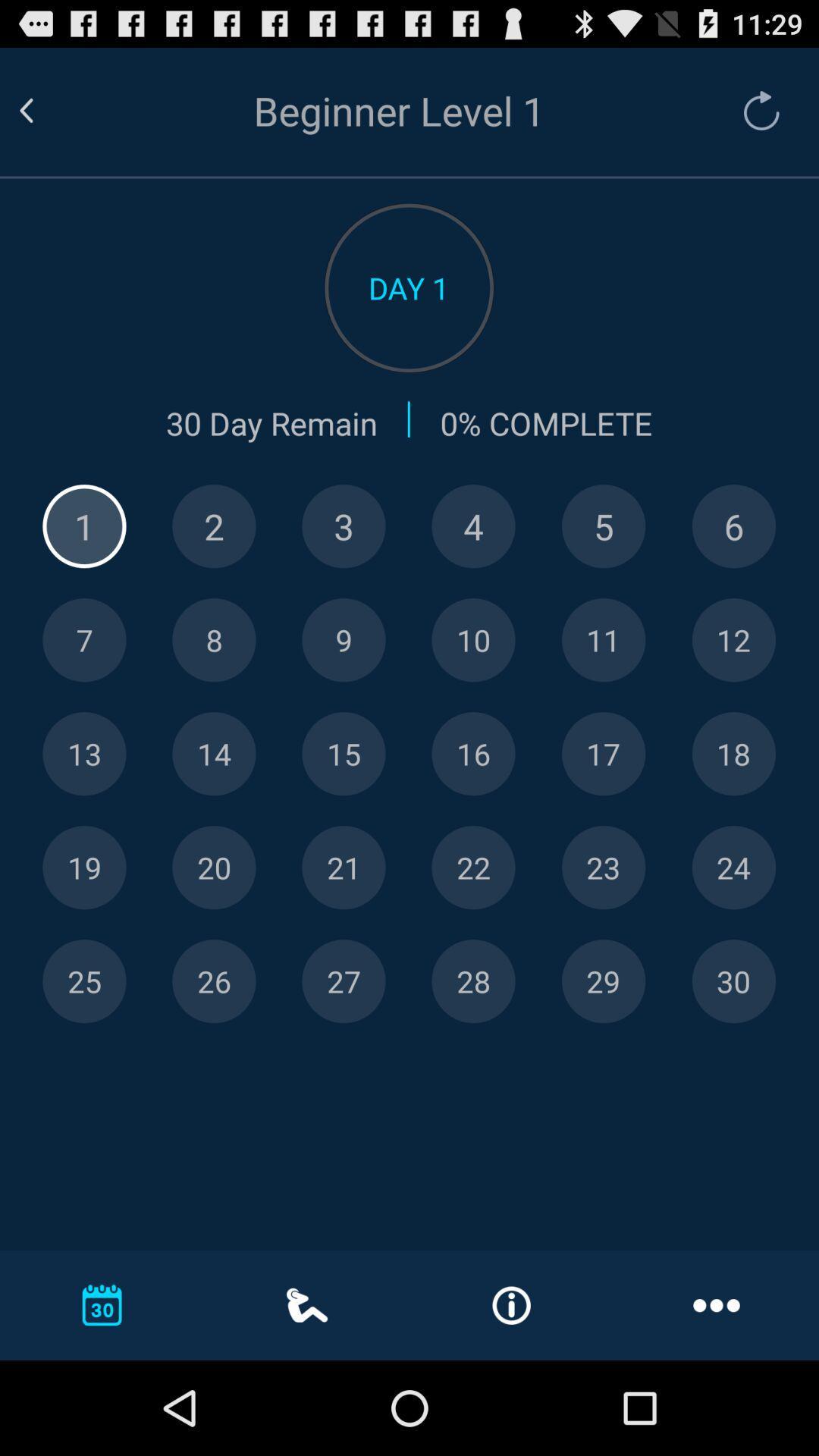 This screenshot has height=1456, width=819. What do you see at coordinates (44, 110) in the screenshot?
I see `go back` at bounding box center [44, 110].